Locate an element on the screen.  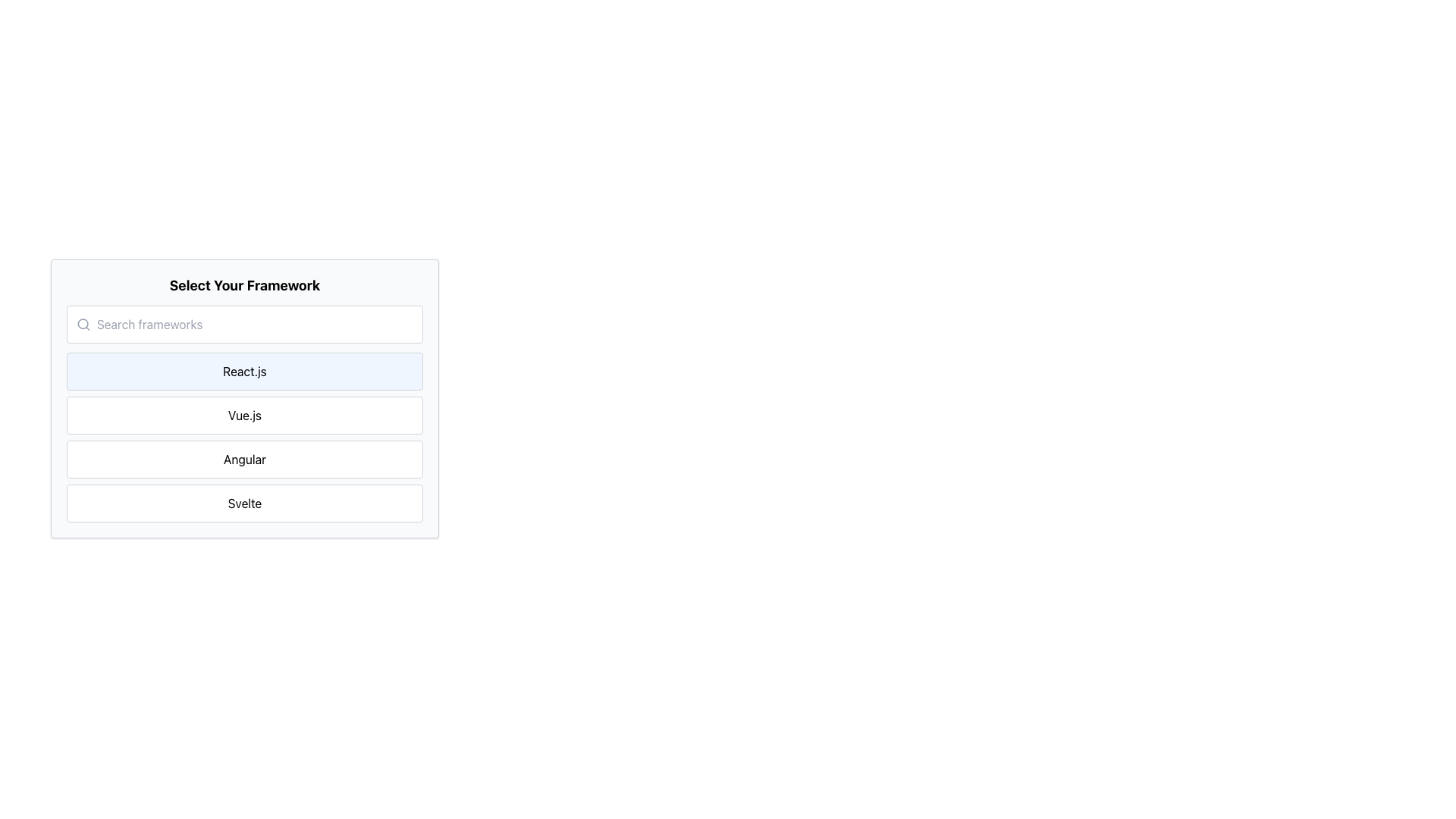
text displayed in the bold, large-font heading that says 'Select Your Framework', which is prominently placed at the top of the panel is located at coordinates (244, 286).